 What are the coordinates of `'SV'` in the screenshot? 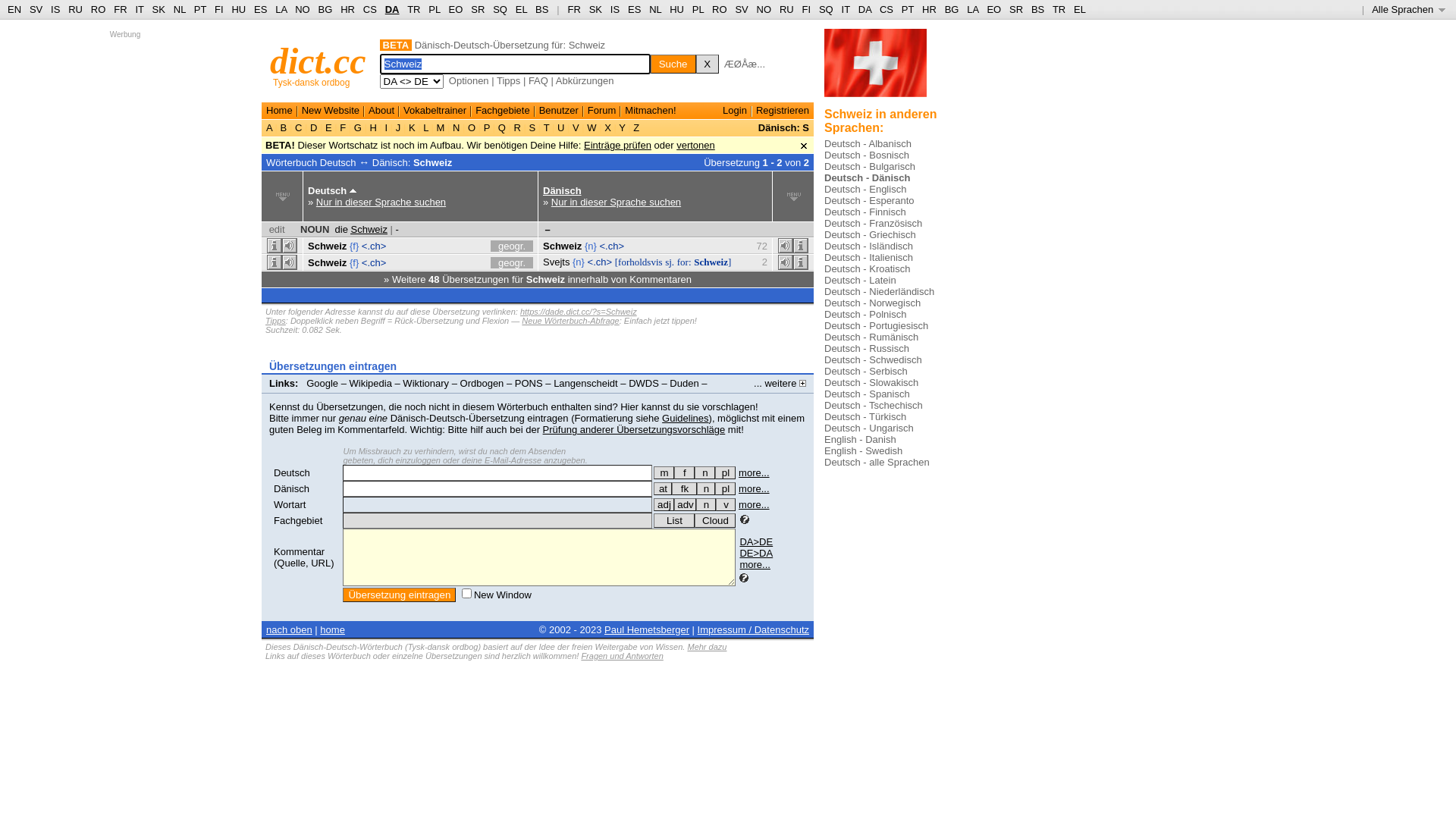 It's located at (29, 9).